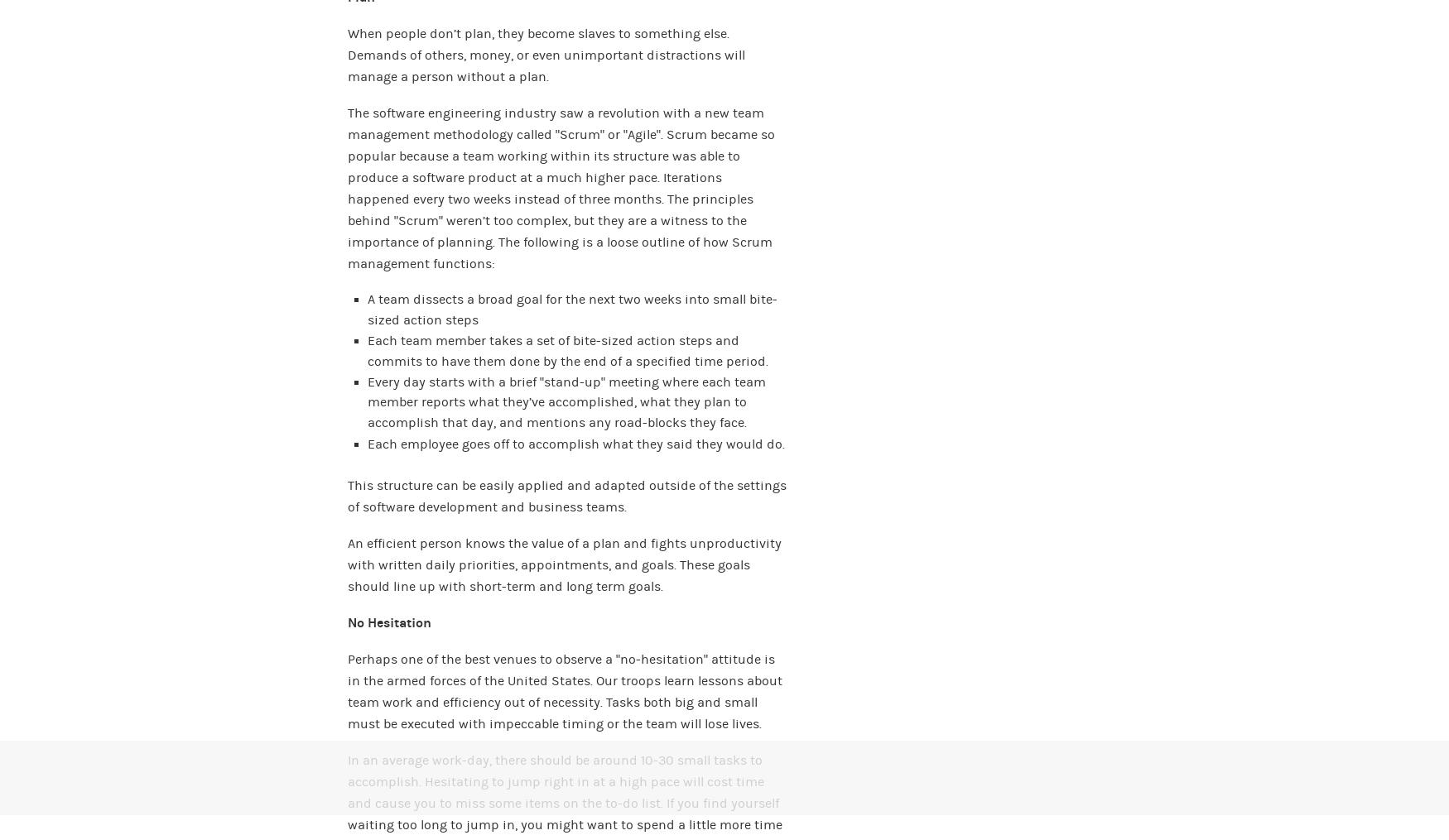  Describe the element at coordinates (389, 622) in the screenshot. I see `'No Hesitation'` at that location.